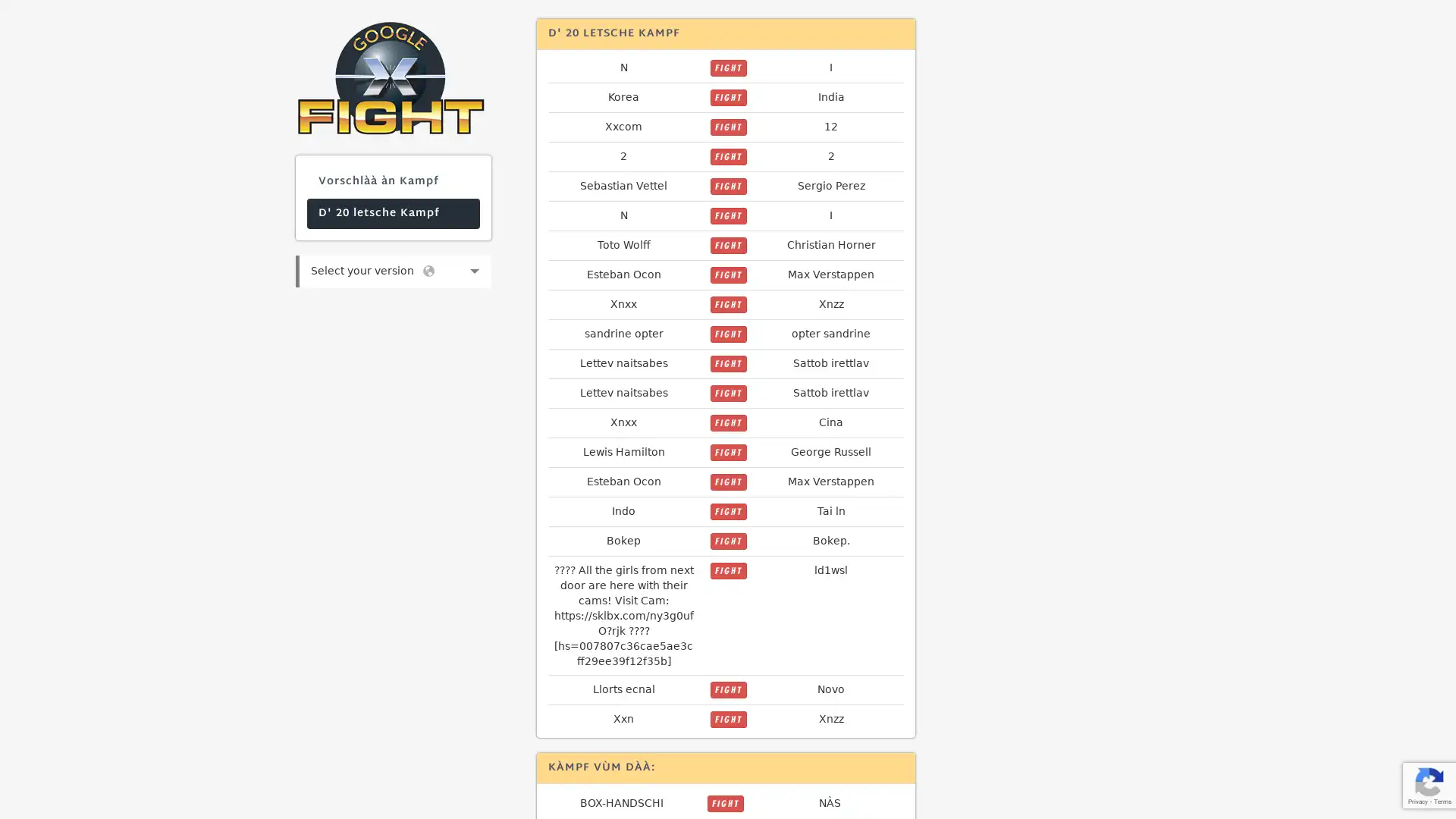  I want to click on FIGHT, so click(728, 718).